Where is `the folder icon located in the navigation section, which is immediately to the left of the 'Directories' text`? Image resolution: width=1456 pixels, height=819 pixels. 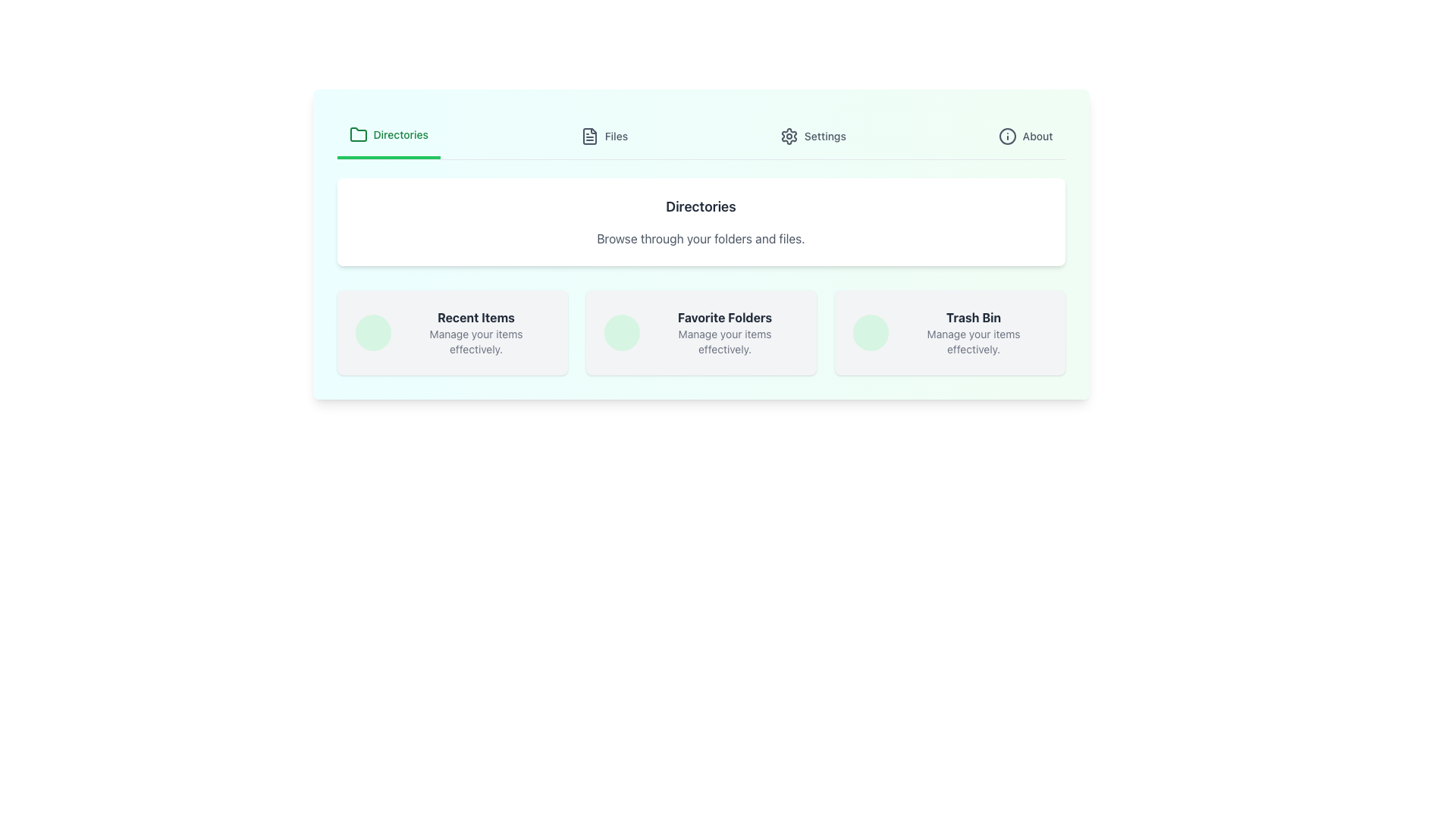
the folder icon located in the navigation section, which is immediately to the left of the 'Directories' text is located at coordinates (357, 133).